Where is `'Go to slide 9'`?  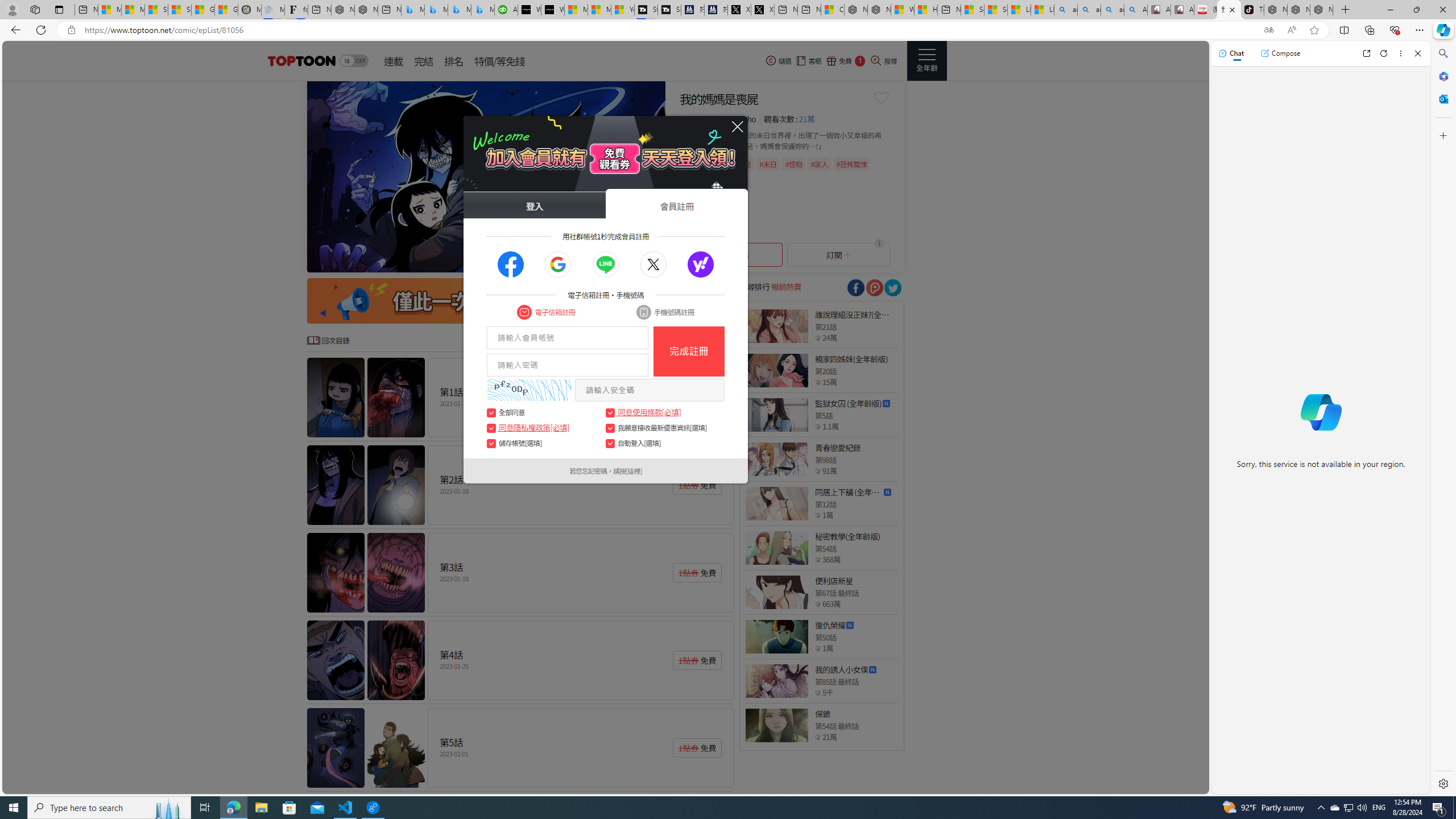
'Go to slide 9' is located at coordinates (642, 261).